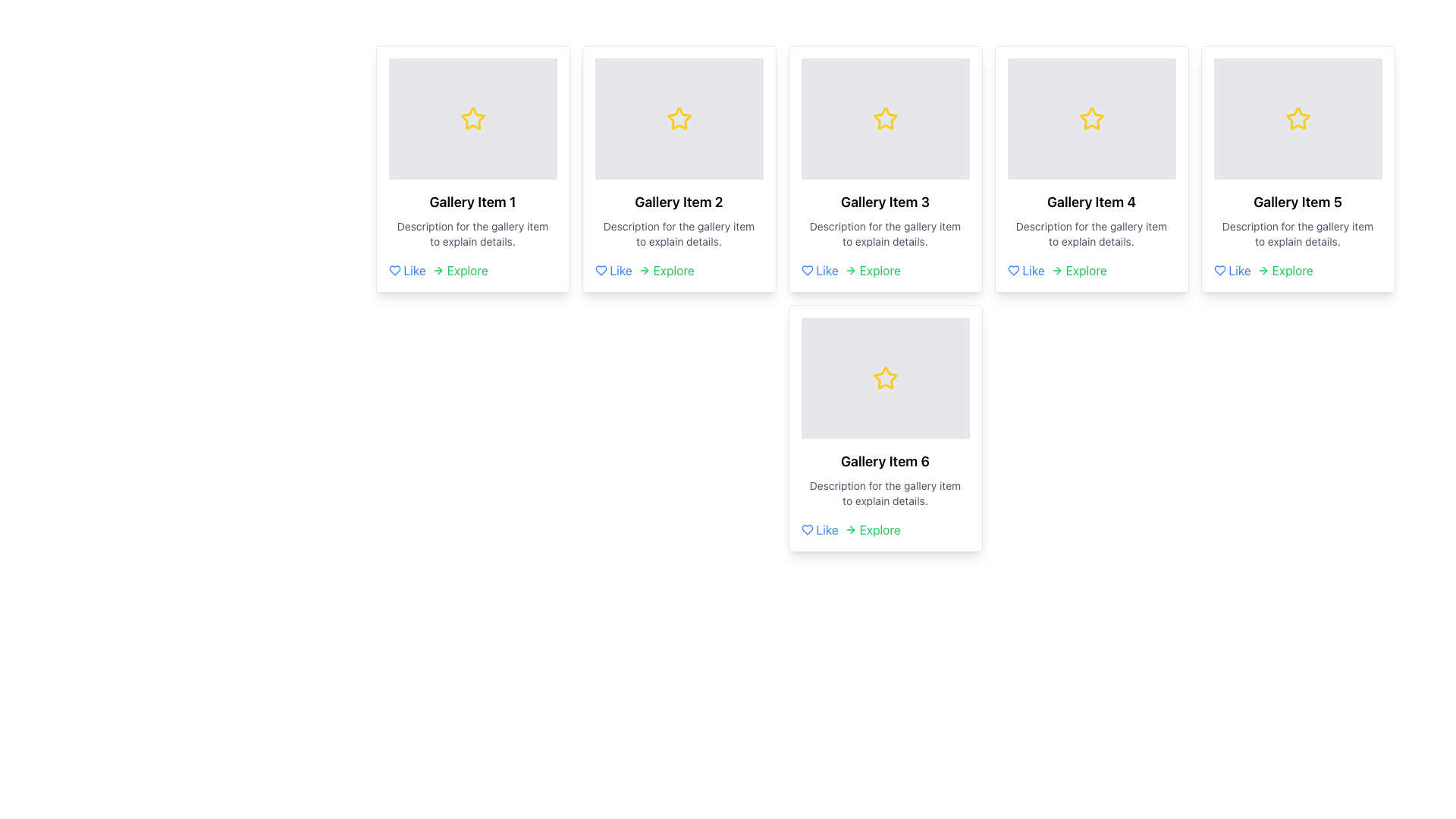 Image resolution: width=1456 pixels, height=819 pixels. What do you see at coordinates (1263, 270) in the screenshot?
I see `the rightward green arrow icon next to the text 'Explore' in the 'Gallery Item 5' section` at bounding box center [1263, 270].